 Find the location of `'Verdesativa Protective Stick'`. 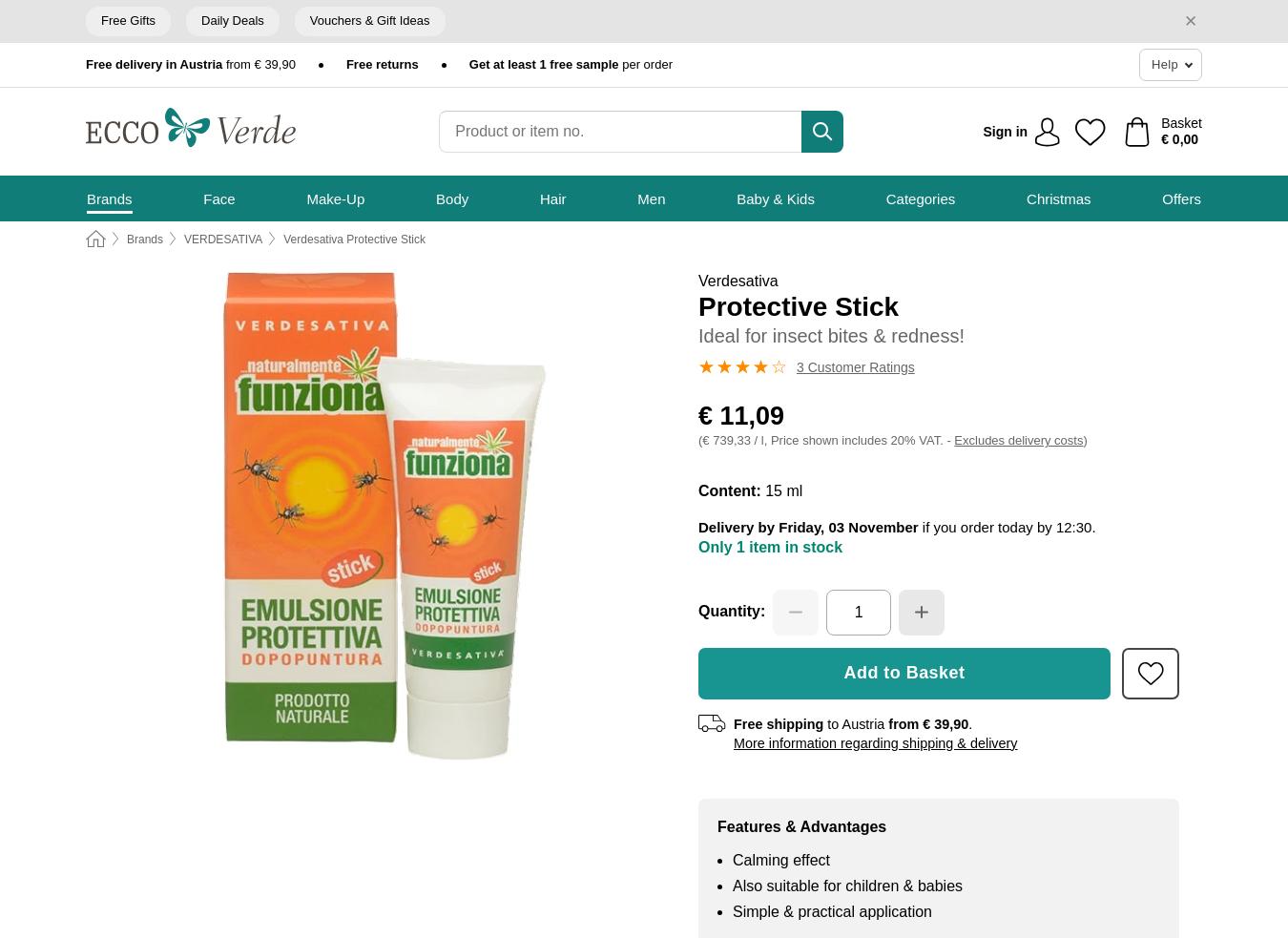

'Verdesativa Protective Stick' is located at coordinates (354, 239).